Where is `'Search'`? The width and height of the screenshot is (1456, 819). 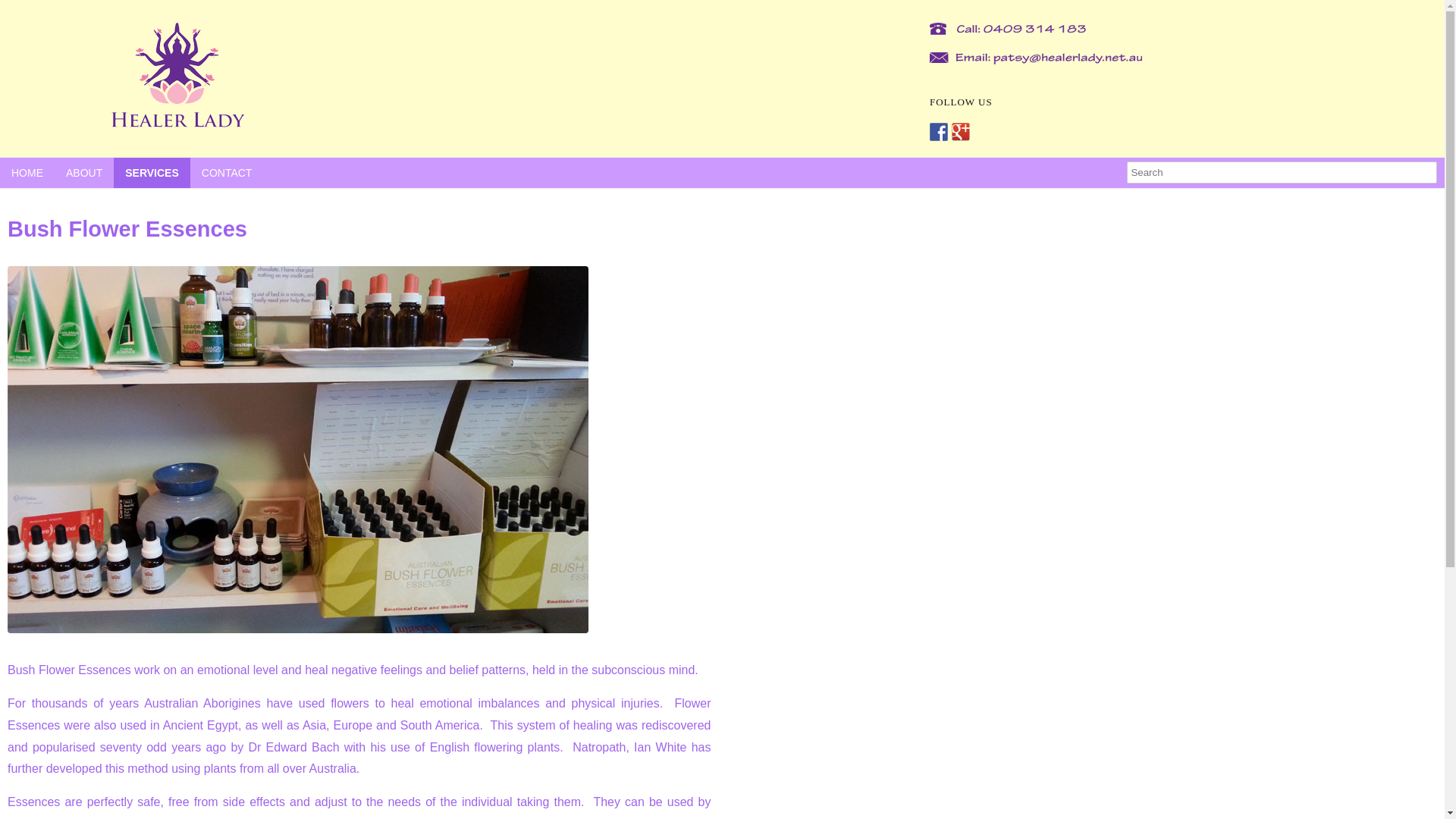
'Search' is located at coordinates (0, 10).